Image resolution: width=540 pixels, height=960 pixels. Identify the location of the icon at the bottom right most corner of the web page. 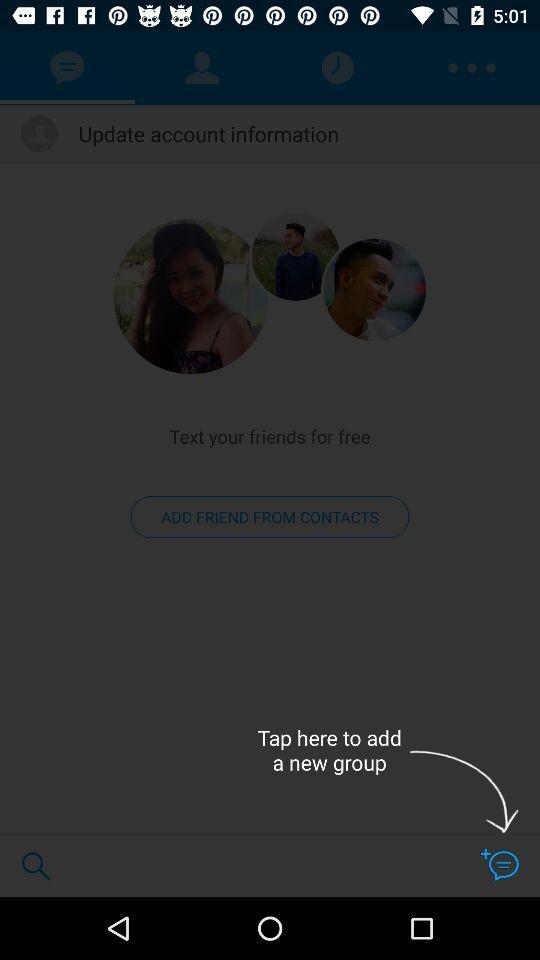
(498, 864).